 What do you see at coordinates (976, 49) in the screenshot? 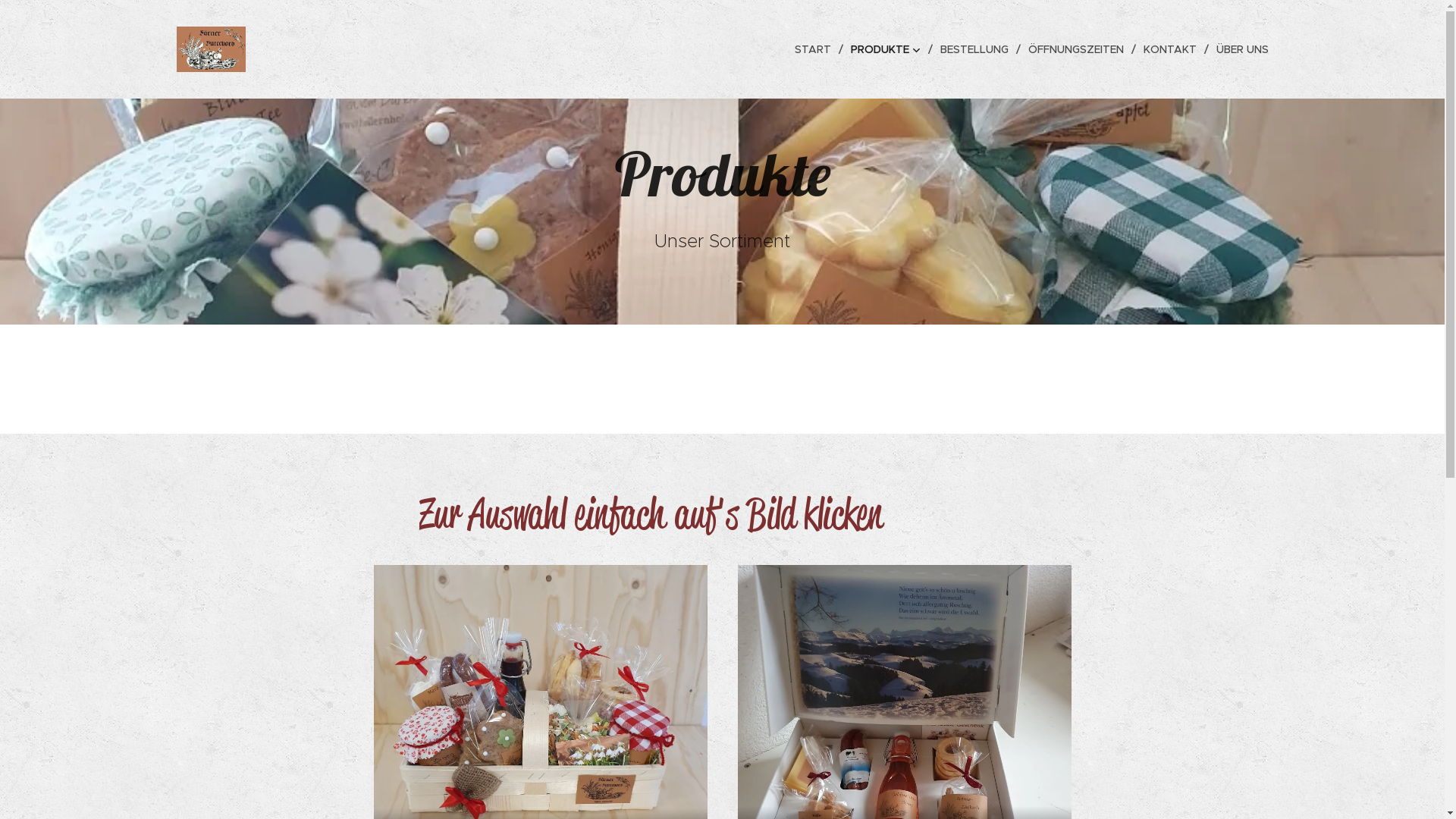
I see `'BESTELLUNG'` at bounding box center [976, 49].